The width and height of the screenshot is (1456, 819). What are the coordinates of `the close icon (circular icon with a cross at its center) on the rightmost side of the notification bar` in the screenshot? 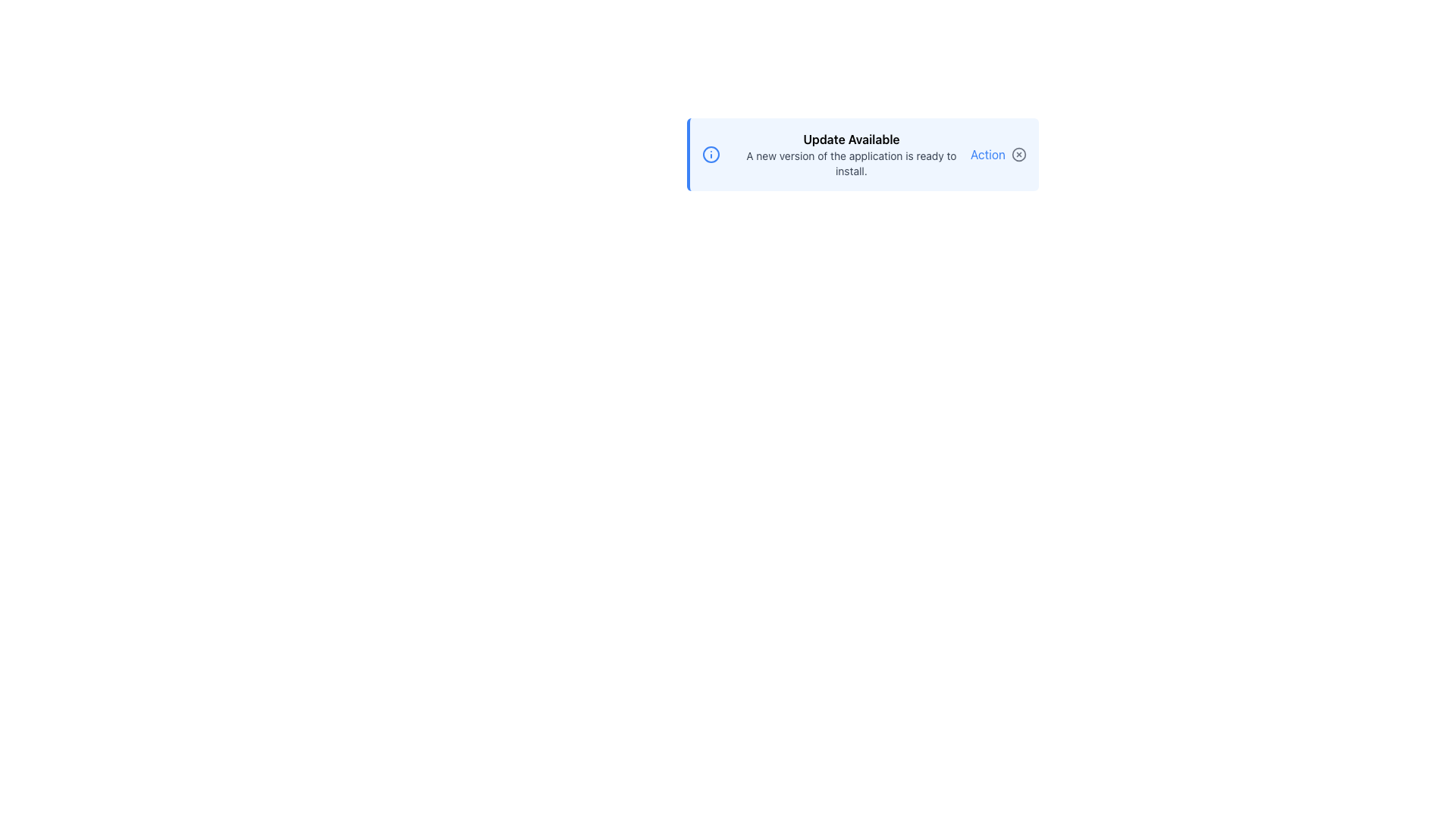 It's located at (1019, 155).